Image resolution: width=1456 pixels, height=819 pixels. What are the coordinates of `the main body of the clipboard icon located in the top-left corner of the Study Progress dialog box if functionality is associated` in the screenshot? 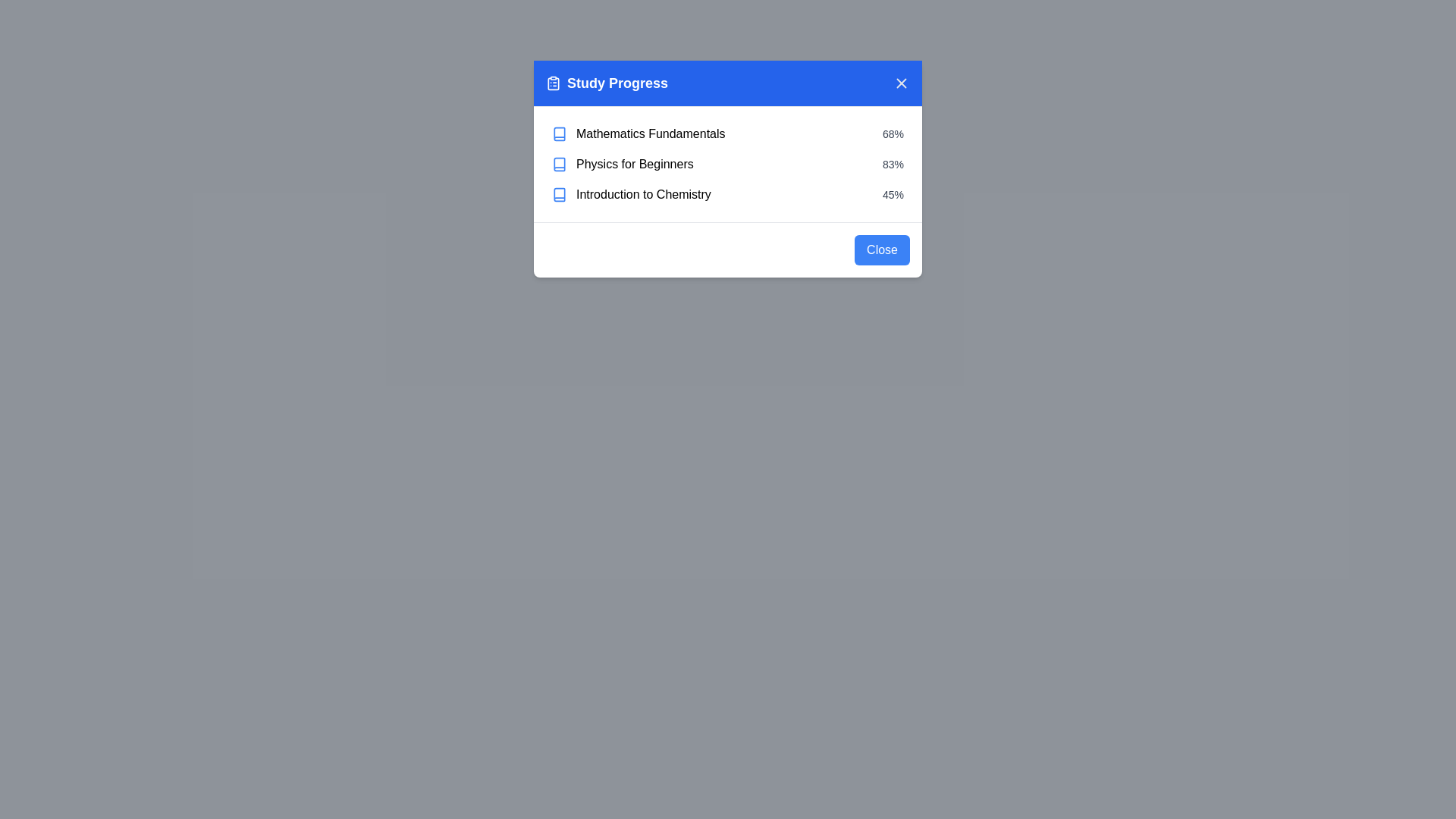 It's located at (552, 83).